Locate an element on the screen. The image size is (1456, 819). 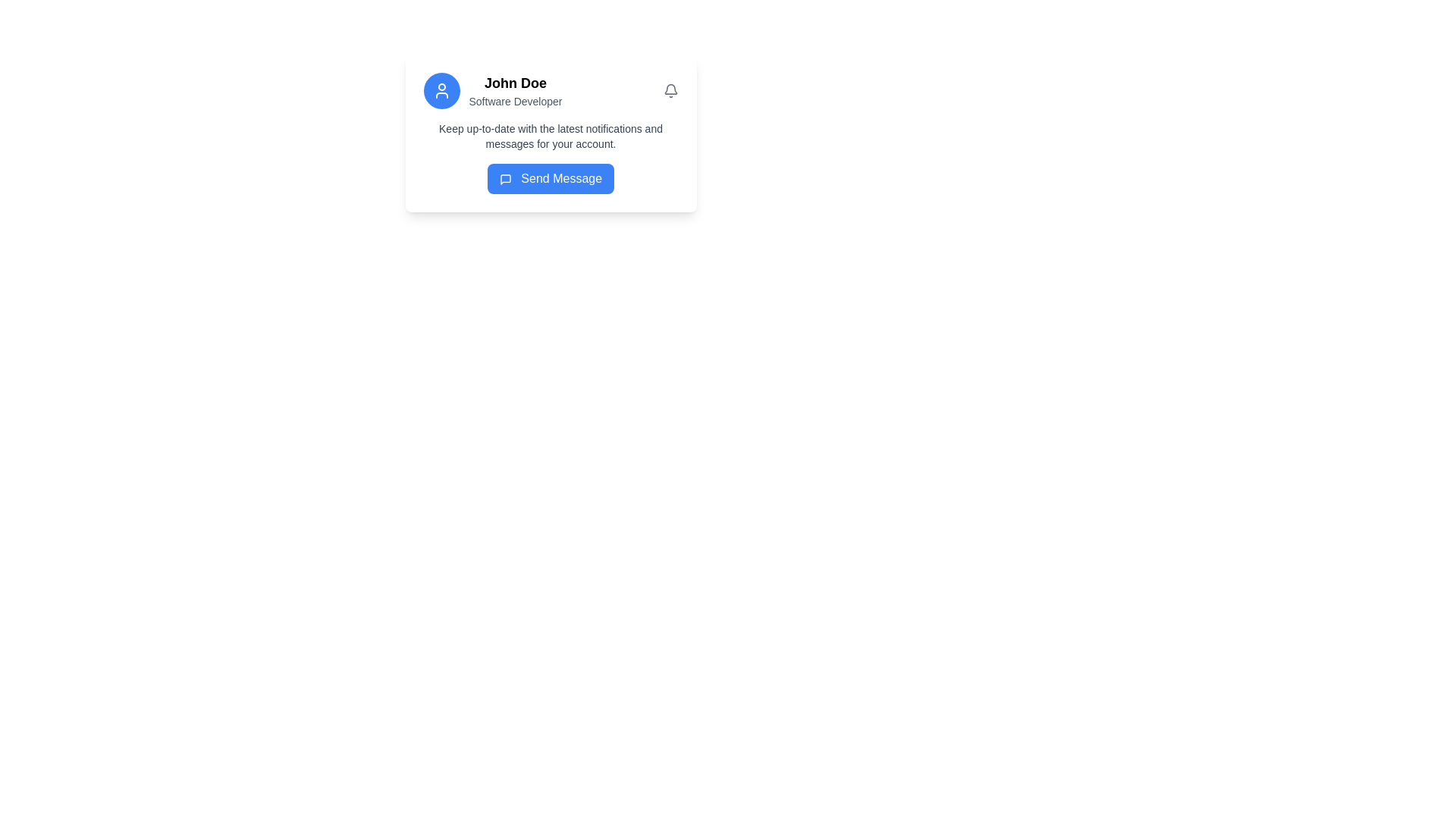
the Icon Button located at the top-right corner of the user profile card is located at coordinates (670, 90).